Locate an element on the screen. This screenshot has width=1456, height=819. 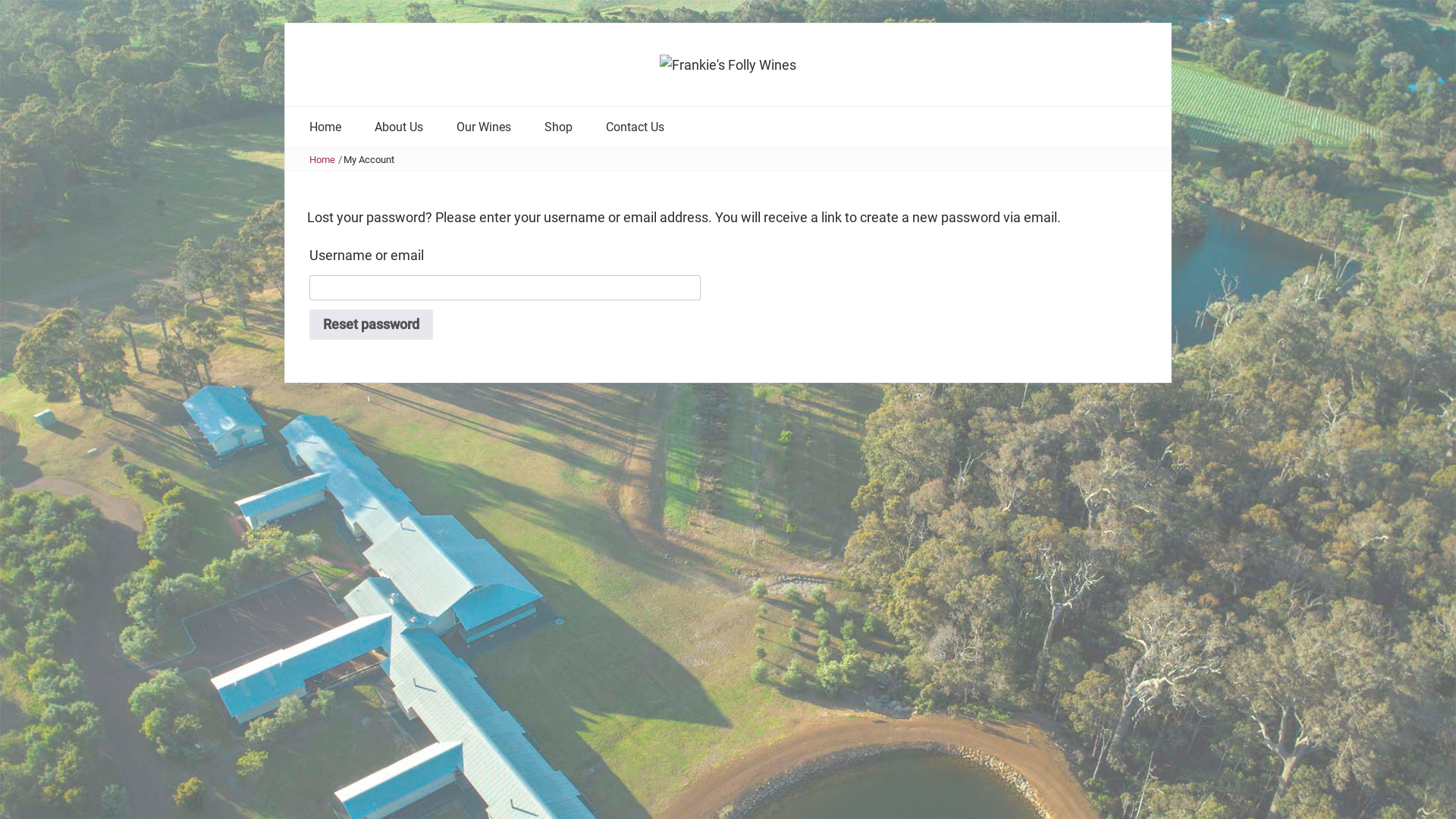
'Home' is located at coordinates (322, 159).